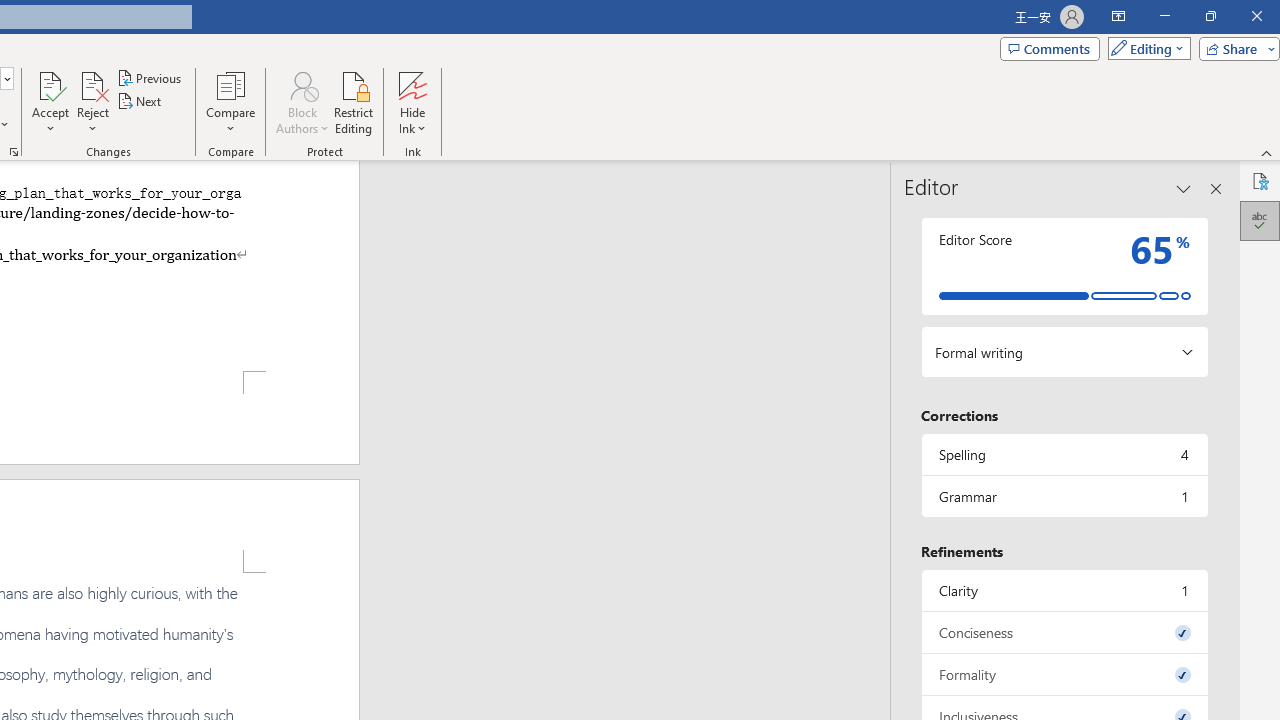  I want to click on 'Previous', so click(150, 77).